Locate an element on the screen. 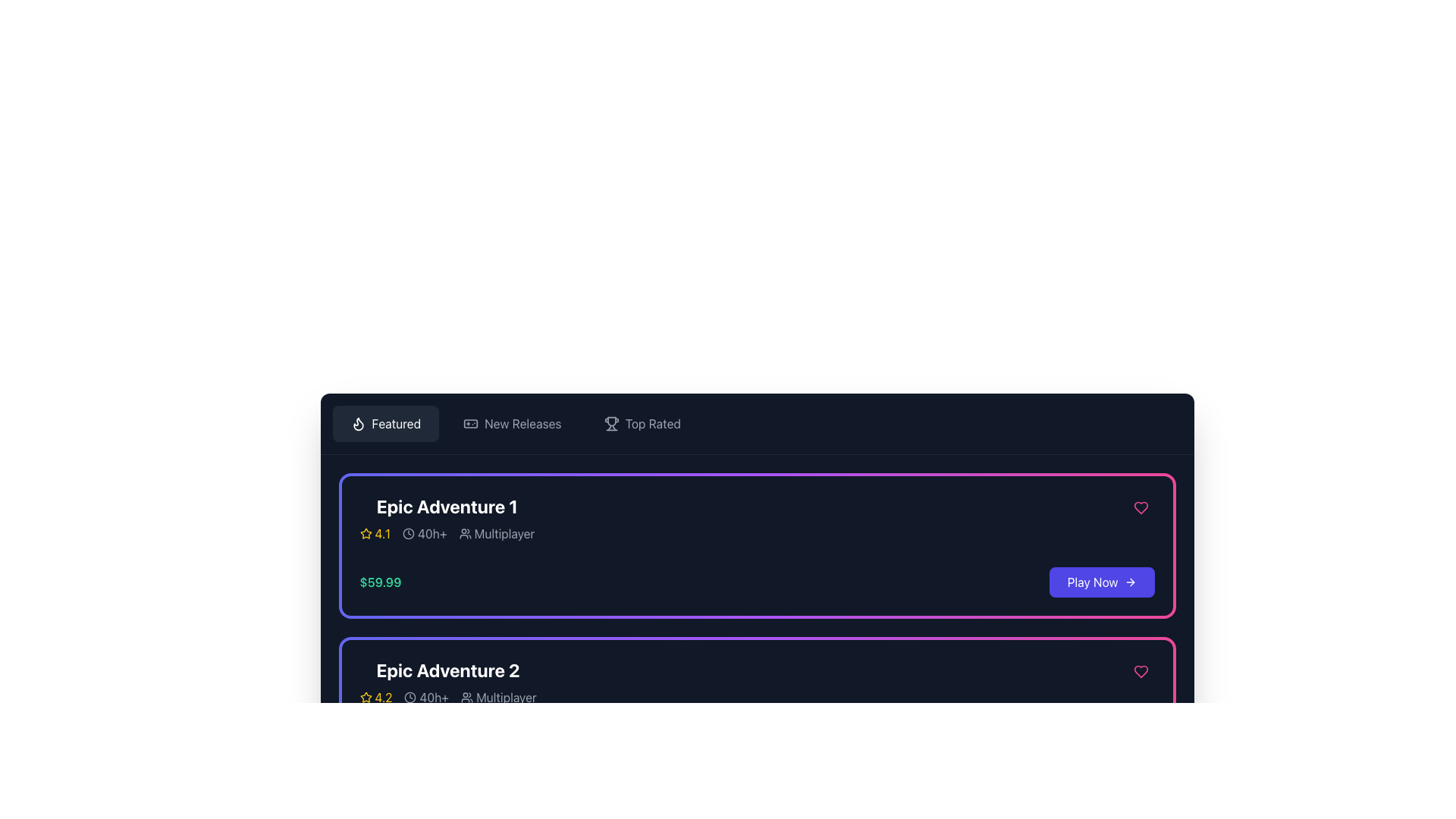 The image size is (1456, 819). the label displaying '40h+' which is styled in gray and is part of the game information card layout is located at coordinates (425, 698).